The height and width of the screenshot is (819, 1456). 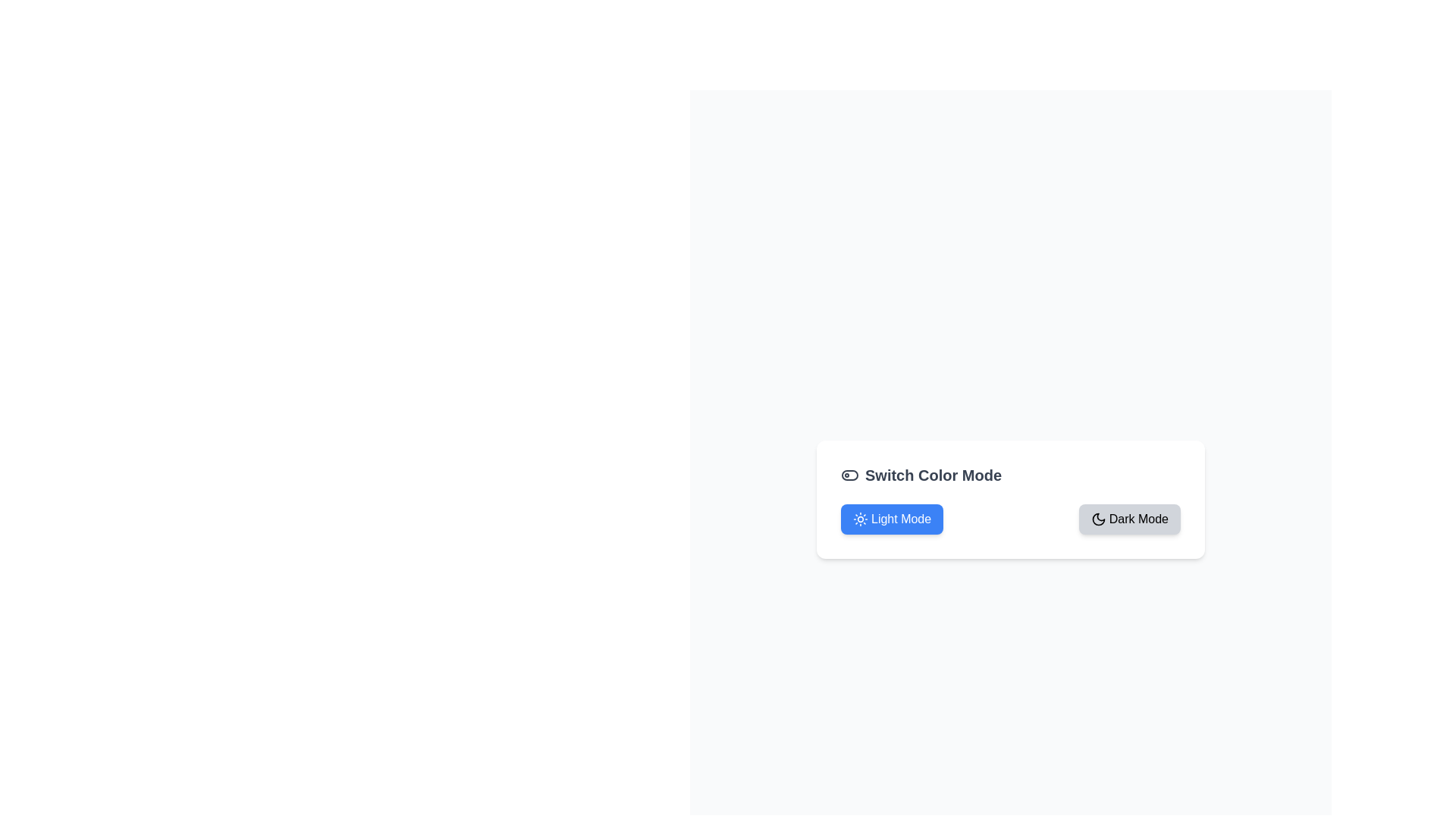 I want to click on the 'Light Mode' button with a blue background and white text, so click(x=892, y=519).